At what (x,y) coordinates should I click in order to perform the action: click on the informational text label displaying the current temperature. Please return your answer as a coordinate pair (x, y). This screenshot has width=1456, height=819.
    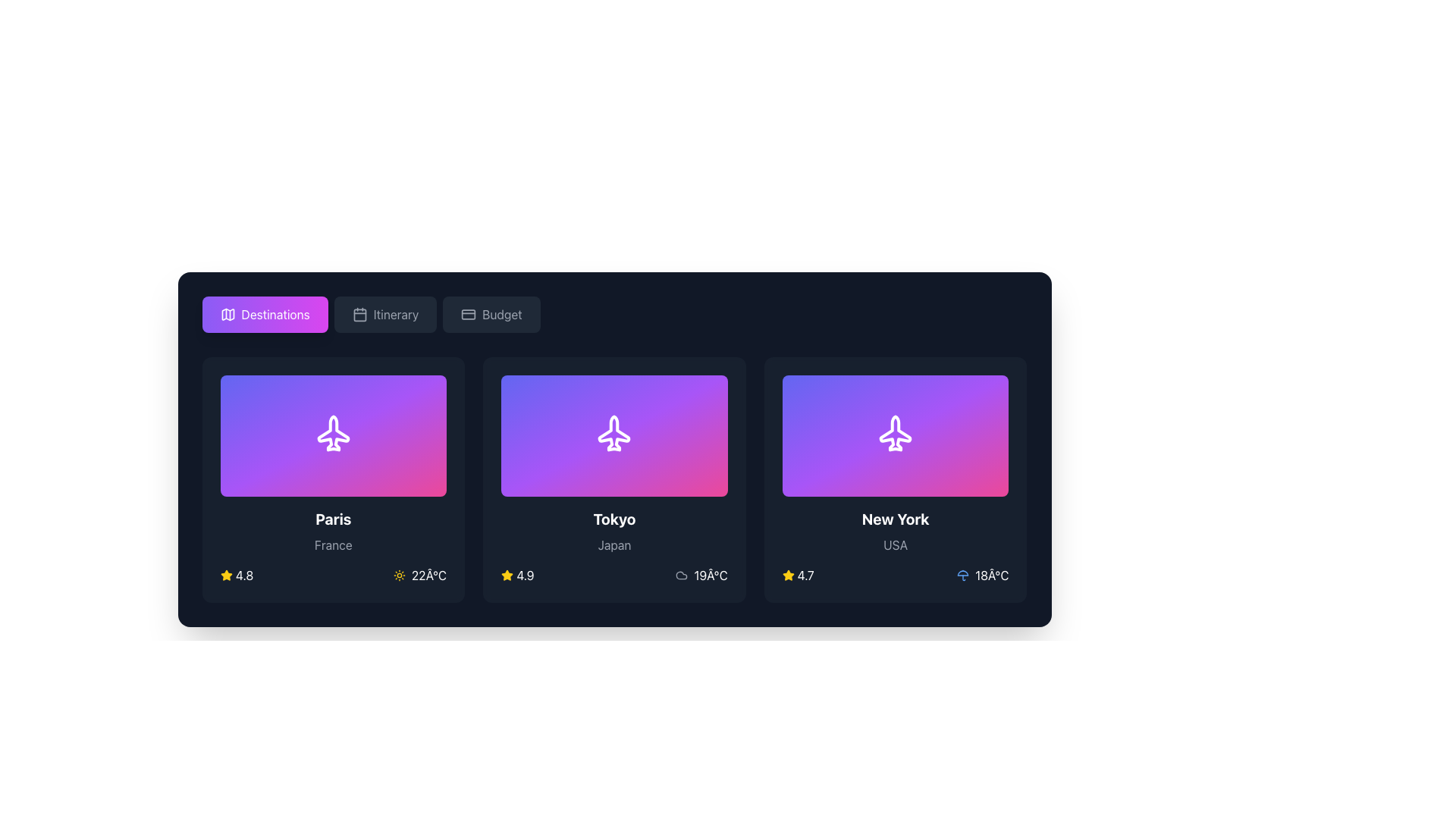
    Looking at the image, I should click on (420, 576).